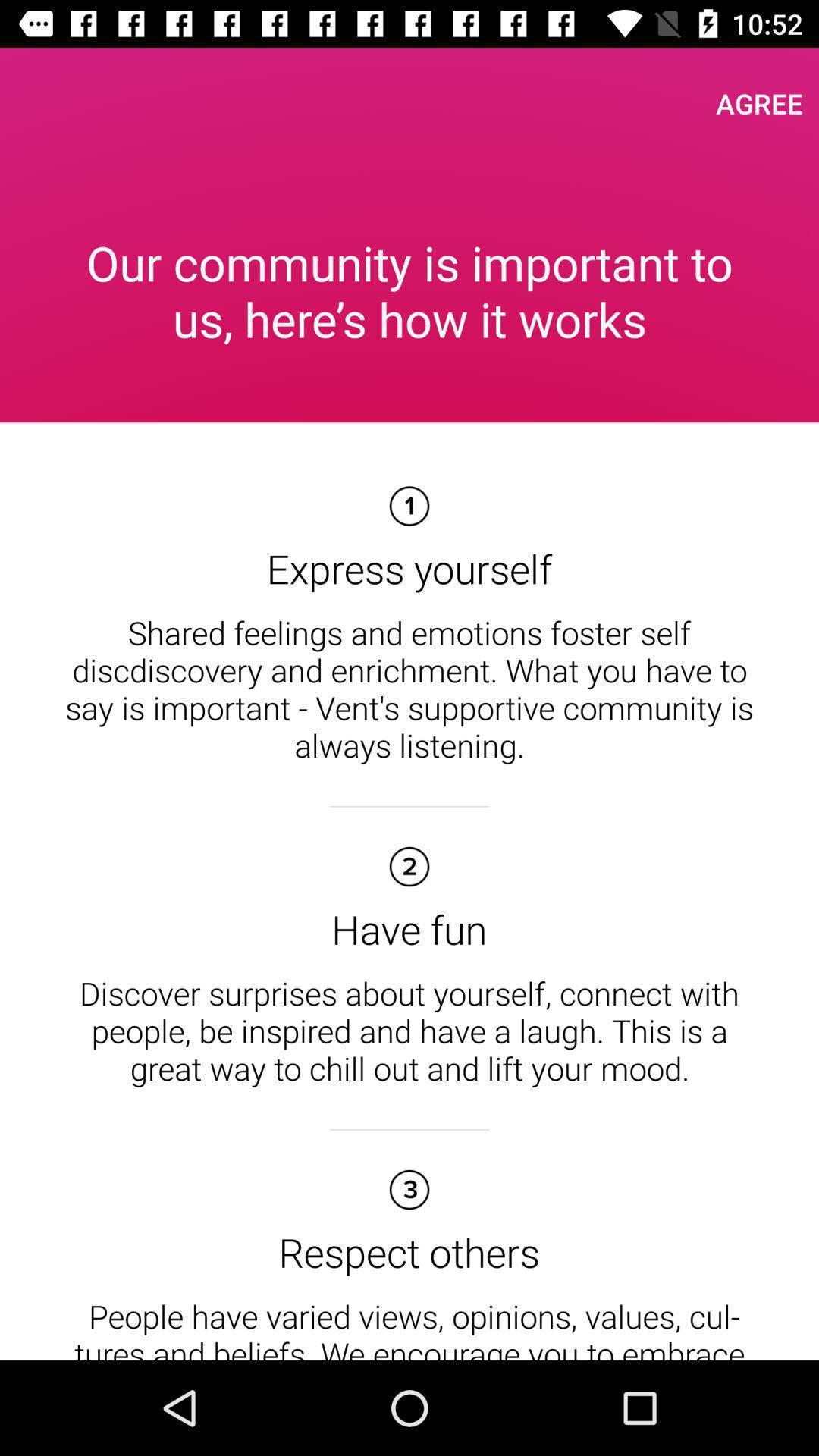  What do you see at coordinates (759, 102) in the screenshot?
I see `the icon above our community is icon` at bounding box center [759, 102].